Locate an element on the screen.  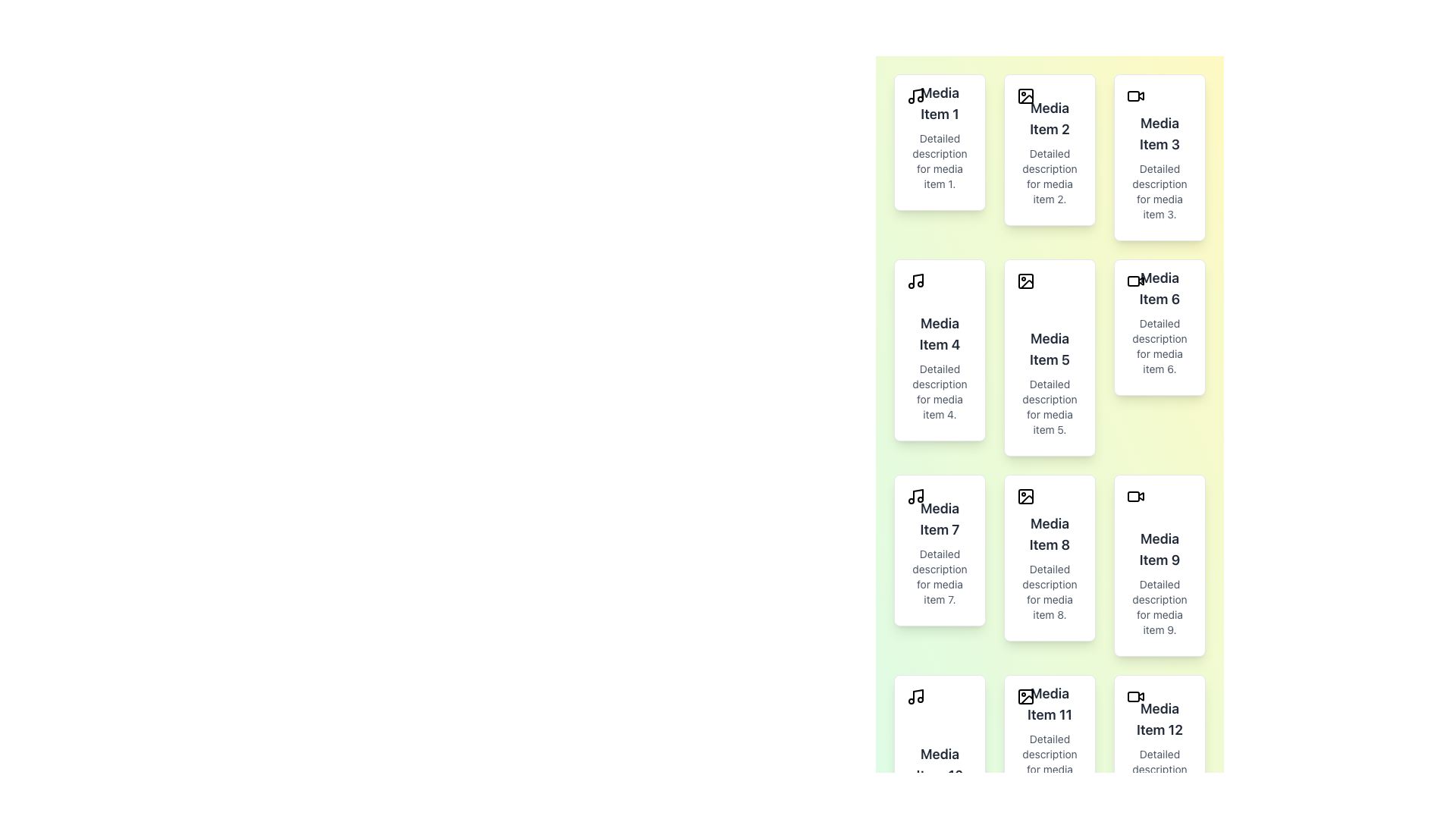
on the music or audio category icon located at the top left corner of the first media card titled 'Media Item 1' is located at coordinates (915, 96).